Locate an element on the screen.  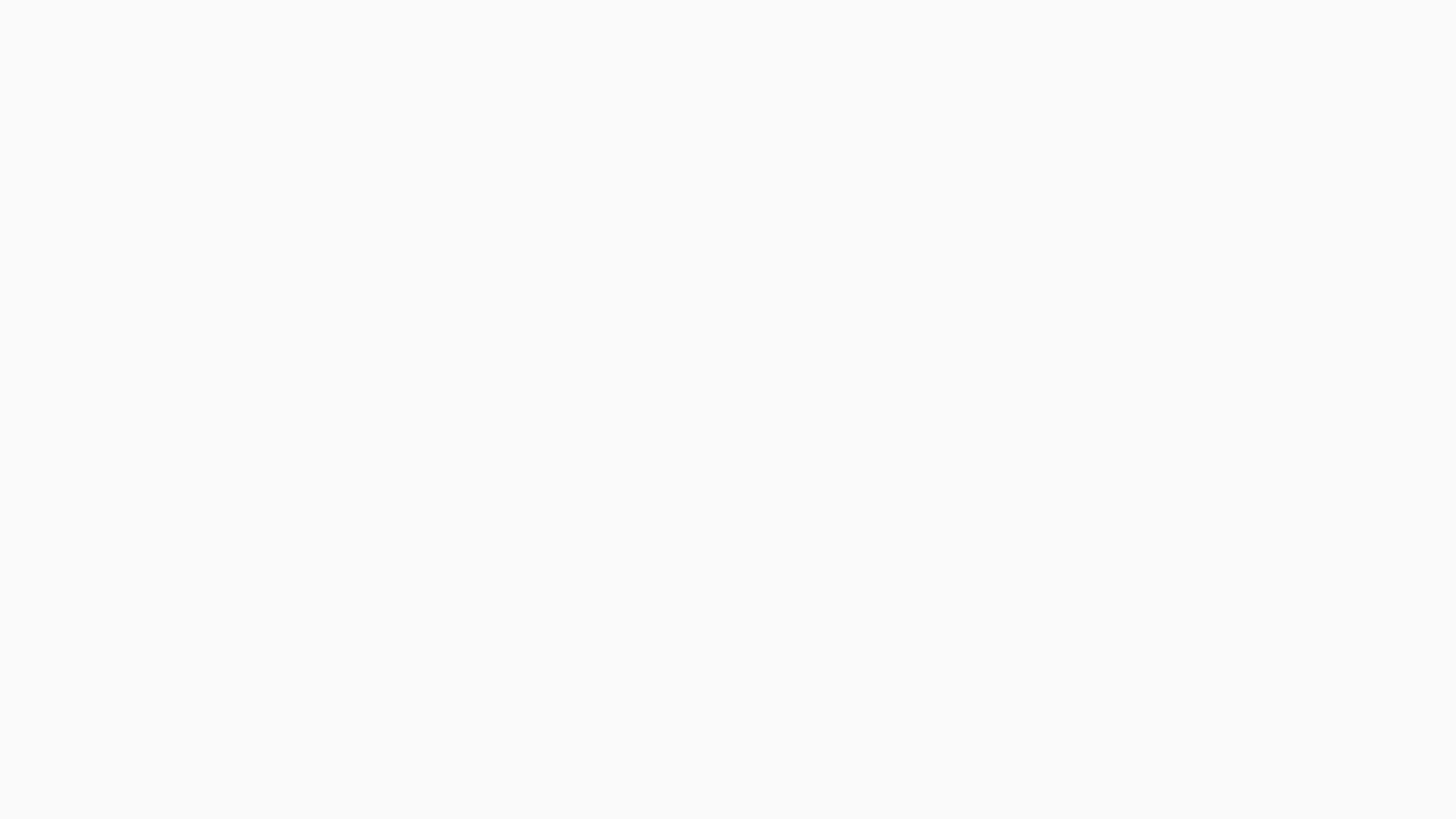
No is located at coordinates (1346, 745).